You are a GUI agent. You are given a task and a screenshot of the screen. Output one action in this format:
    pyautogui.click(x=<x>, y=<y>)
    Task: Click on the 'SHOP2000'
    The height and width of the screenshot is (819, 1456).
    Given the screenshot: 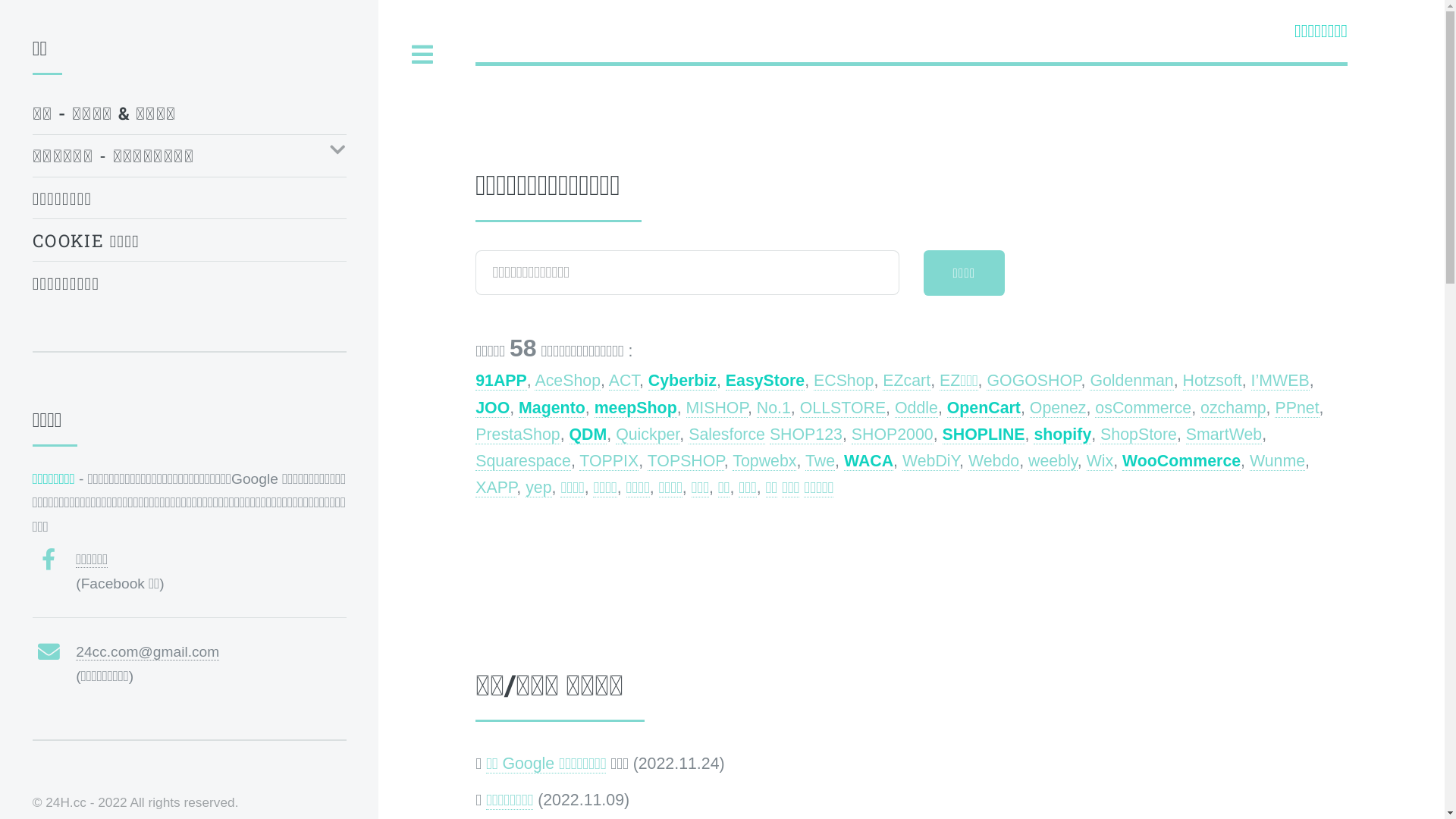 What is the action you would take?
    pyautogui.click(x=852, y=435)
    